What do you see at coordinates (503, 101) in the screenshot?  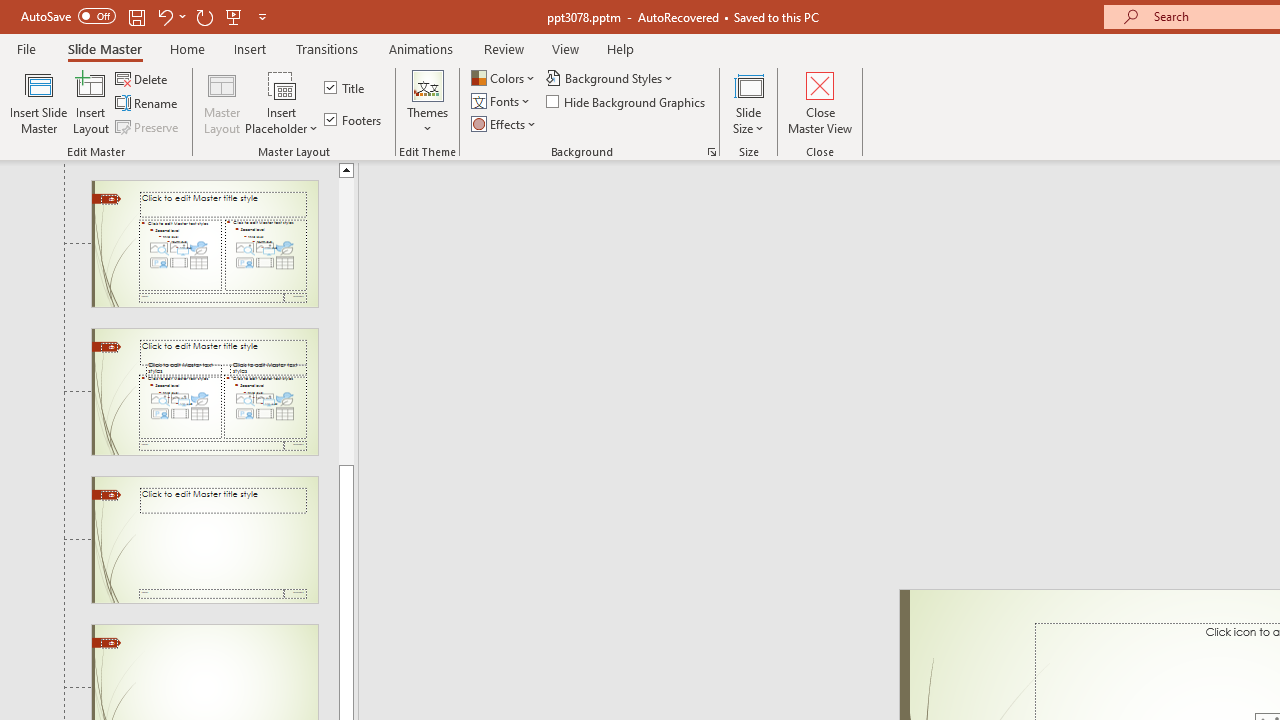 I see `'Fonts'` at bounding box center [503, 101].